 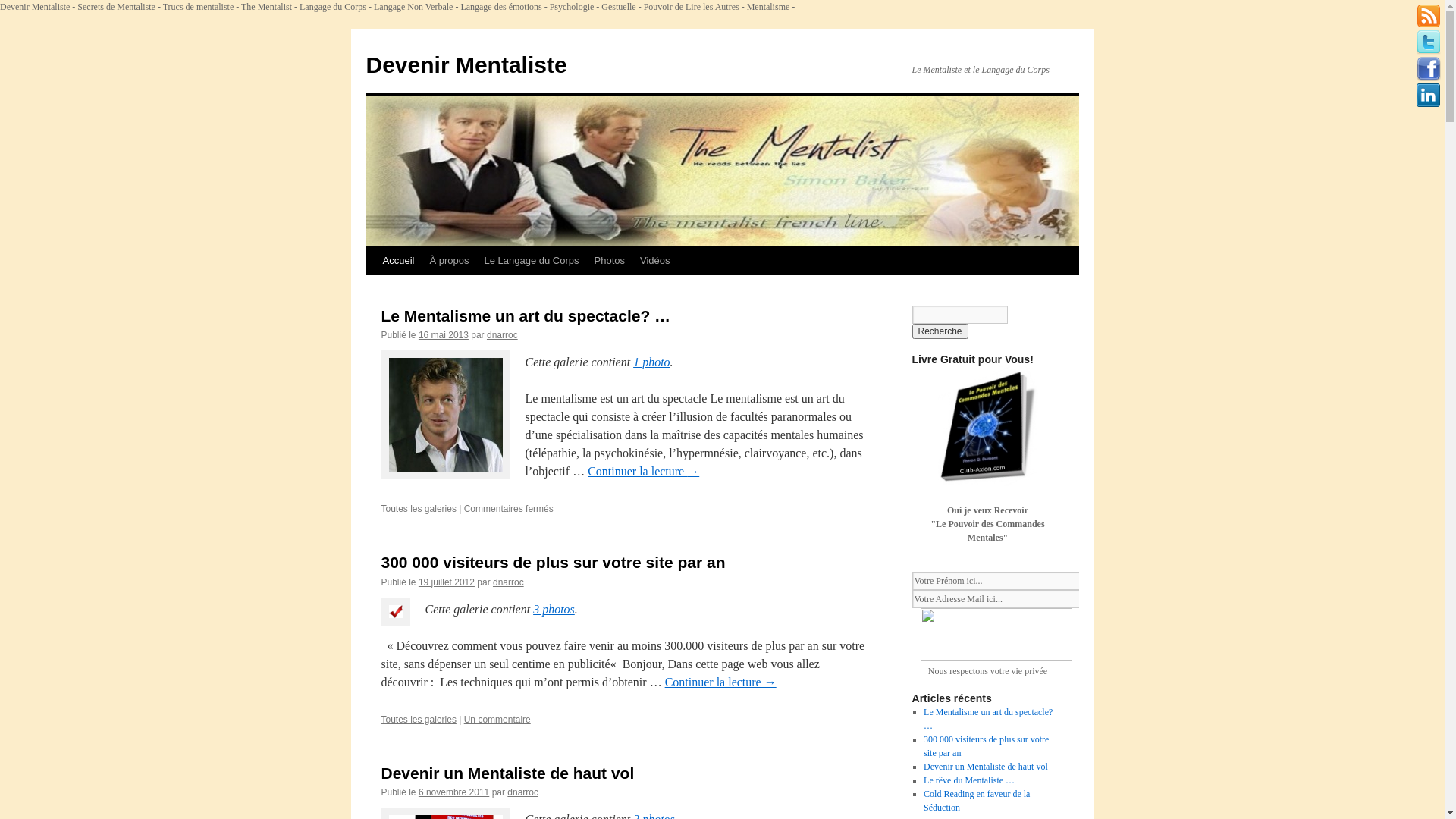 I want to click on 'Tweeter button', so click(x=1427, y=42).